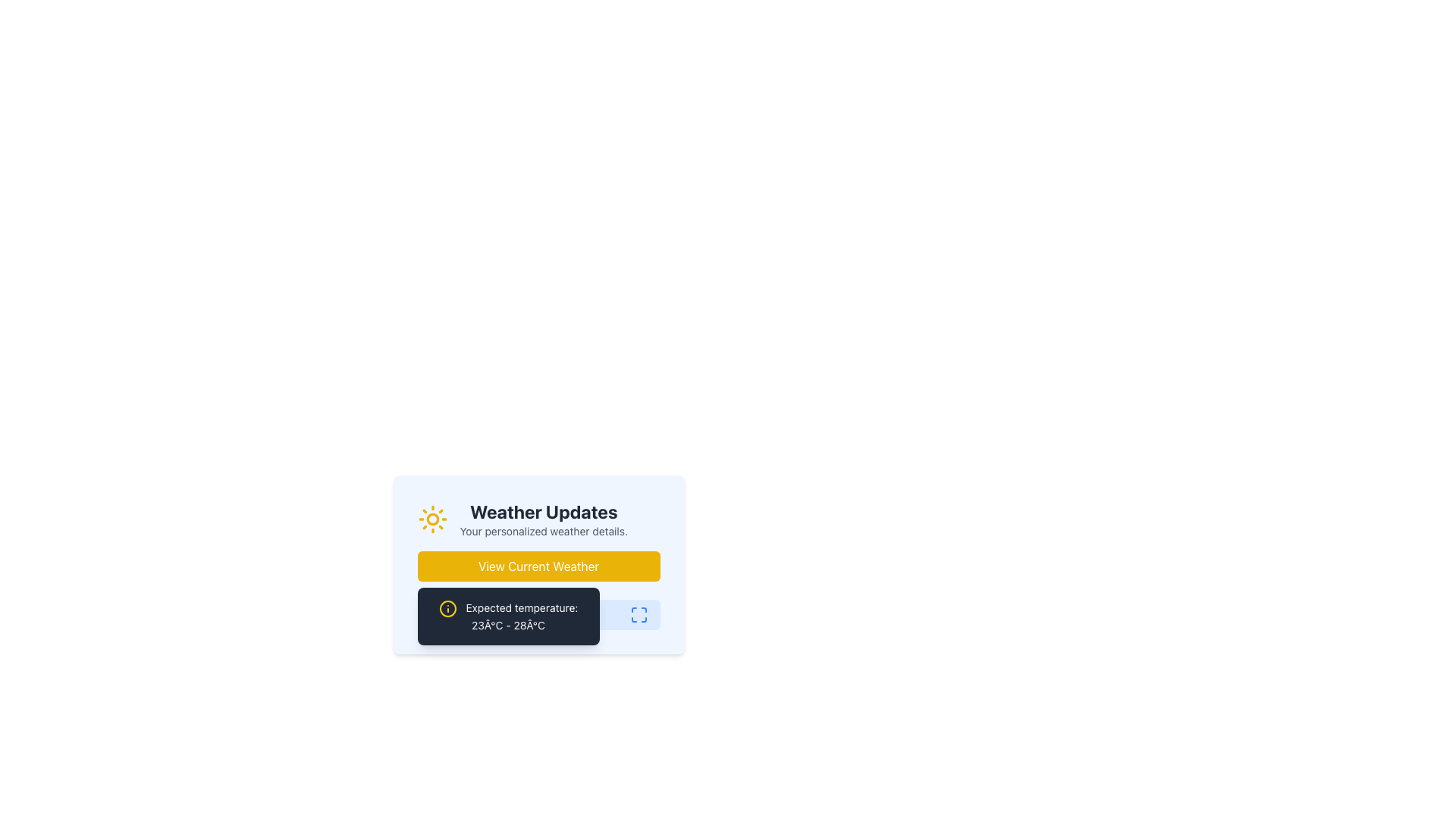  I want to click on the central SVG Circle Component of the sun icon located at the top-left of the 'Weather Updates' label, so click(431, 519).